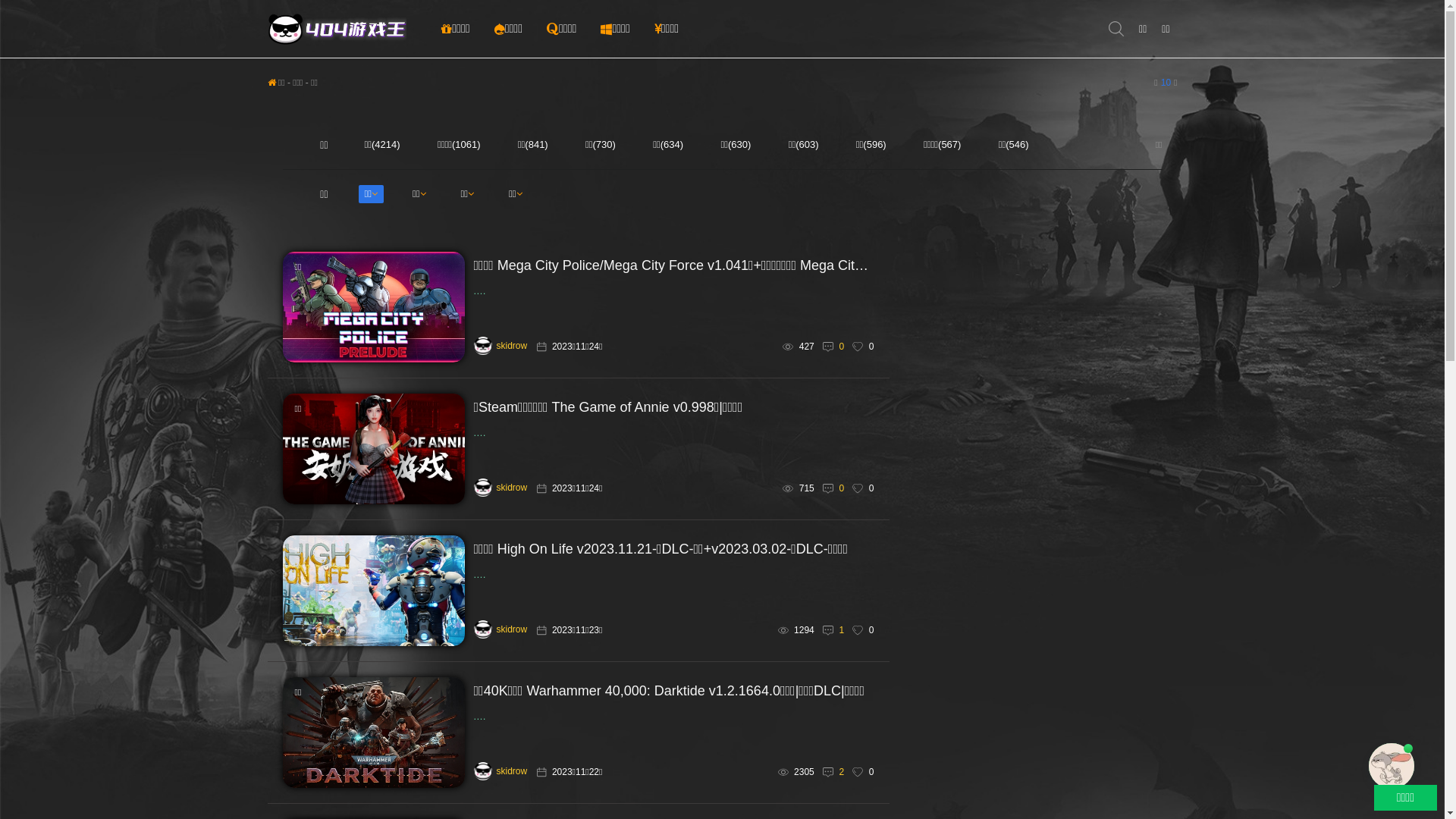 The width and height of the screenshot is (1456, 819). I want to click on '2', so click(840, 772).